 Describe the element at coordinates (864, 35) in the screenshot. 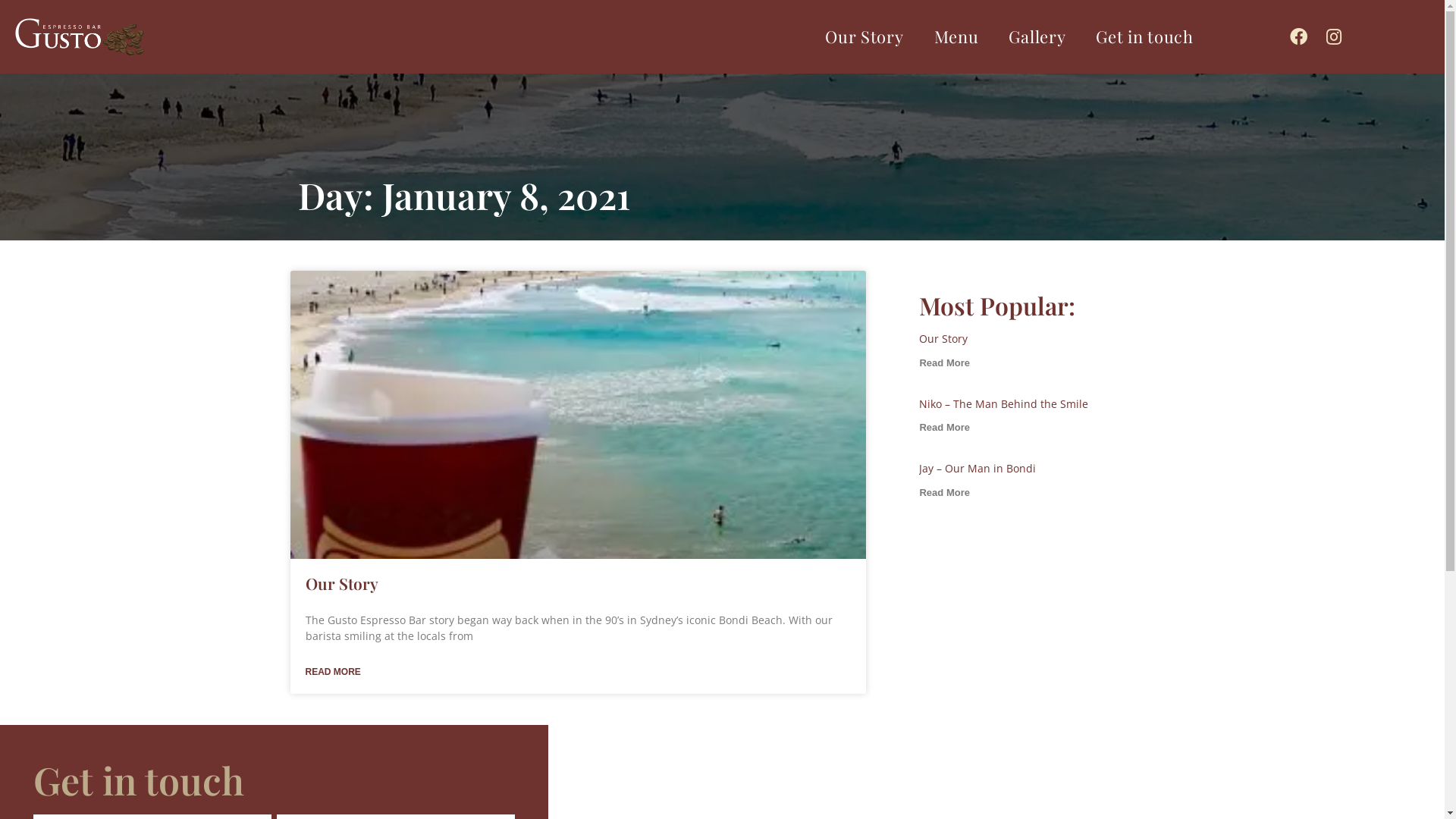

I see `'Our Story'` at that location.